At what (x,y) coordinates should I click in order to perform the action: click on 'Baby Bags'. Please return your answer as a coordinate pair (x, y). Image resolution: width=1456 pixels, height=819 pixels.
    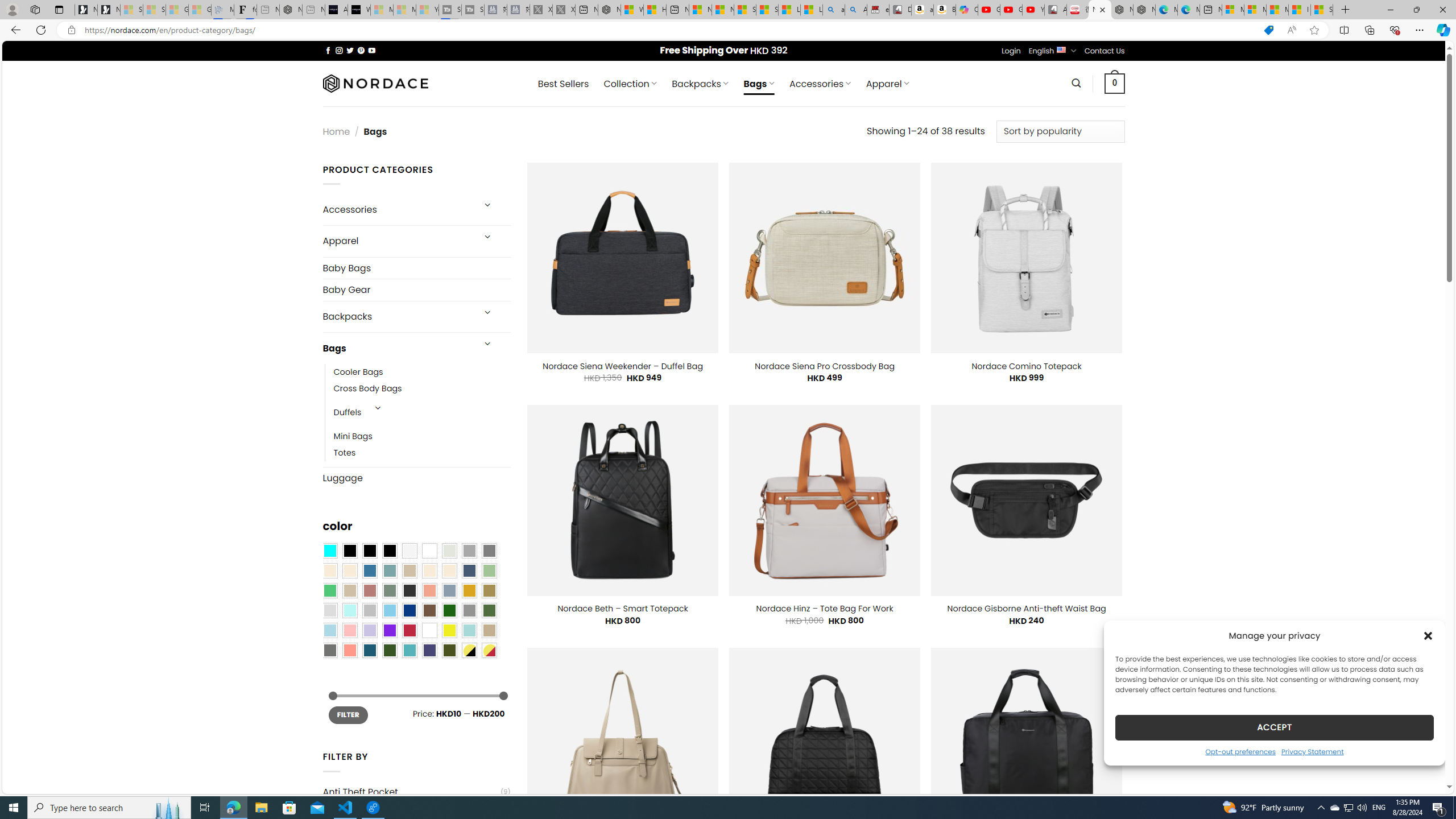
    Looking at the image, I should click on (416, 268).